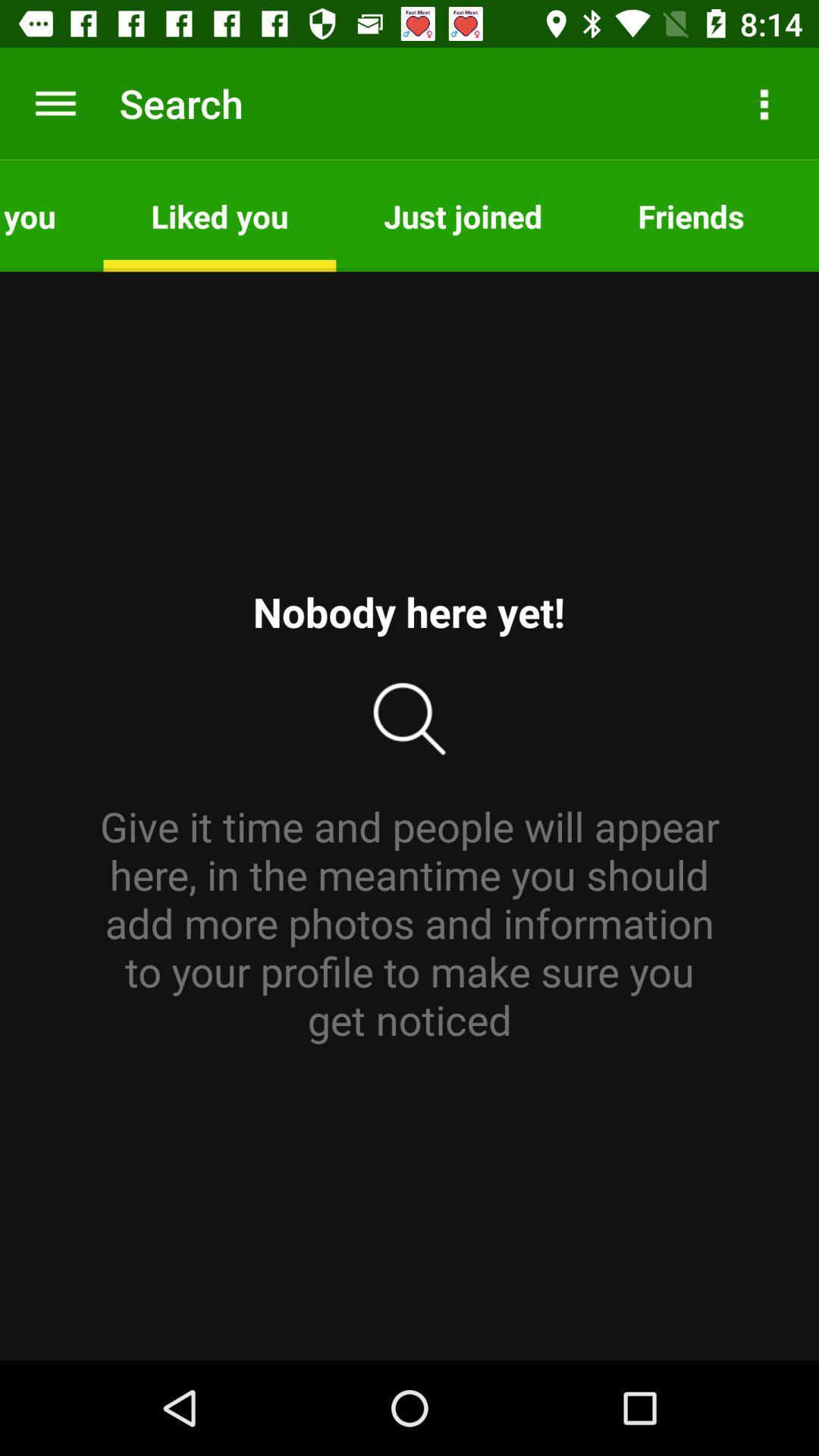 The image size is (819, 1456). I want to click on icon next to liked you, so click(51, 215).